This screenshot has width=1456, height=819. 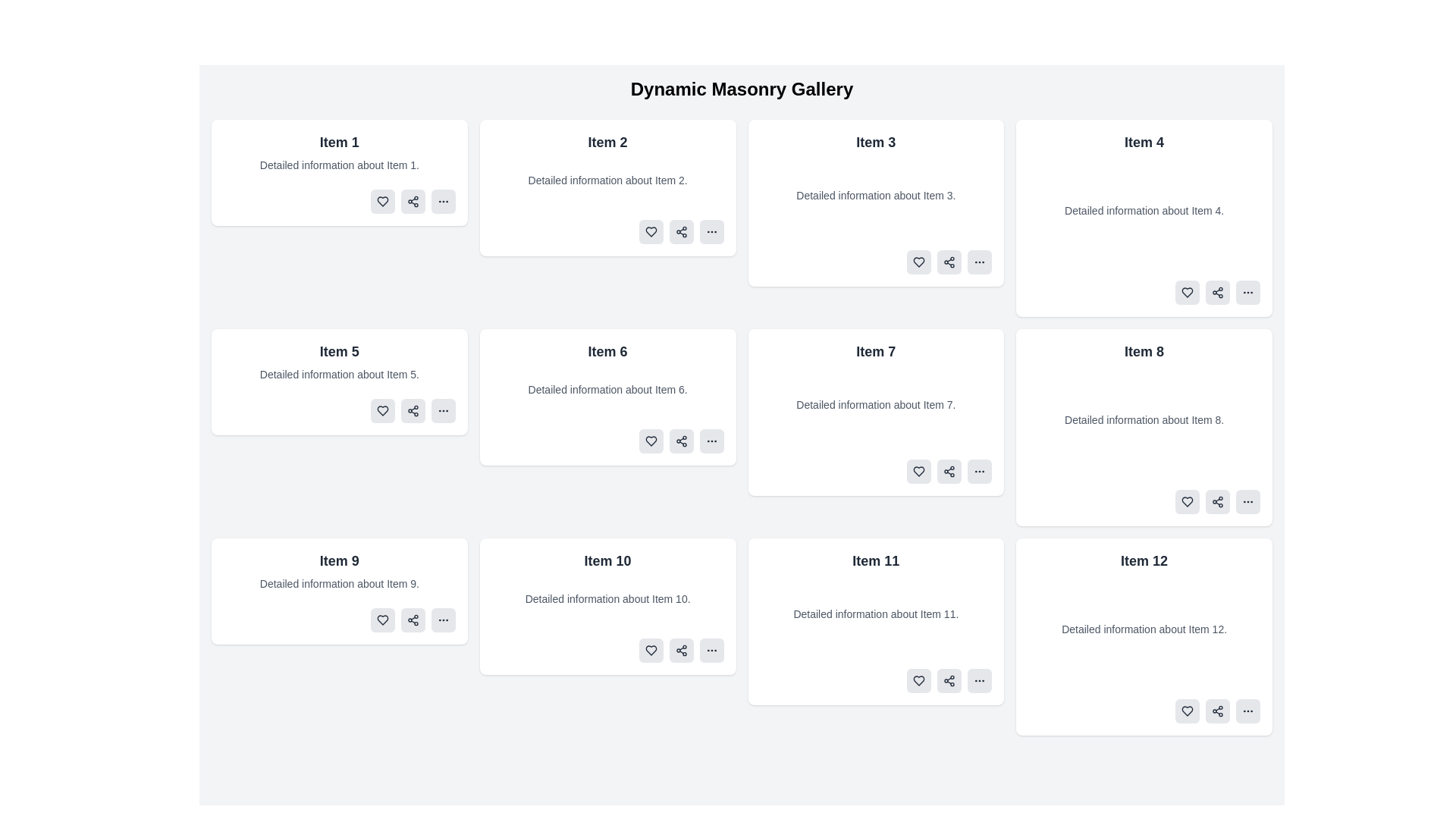 What do you see at coordinates (1248, 711) in the screenshot?
I see `the ellipsis options menu icon located in the bottom right corner of the 'Item 12' card` at bounding box center [1248, 711].